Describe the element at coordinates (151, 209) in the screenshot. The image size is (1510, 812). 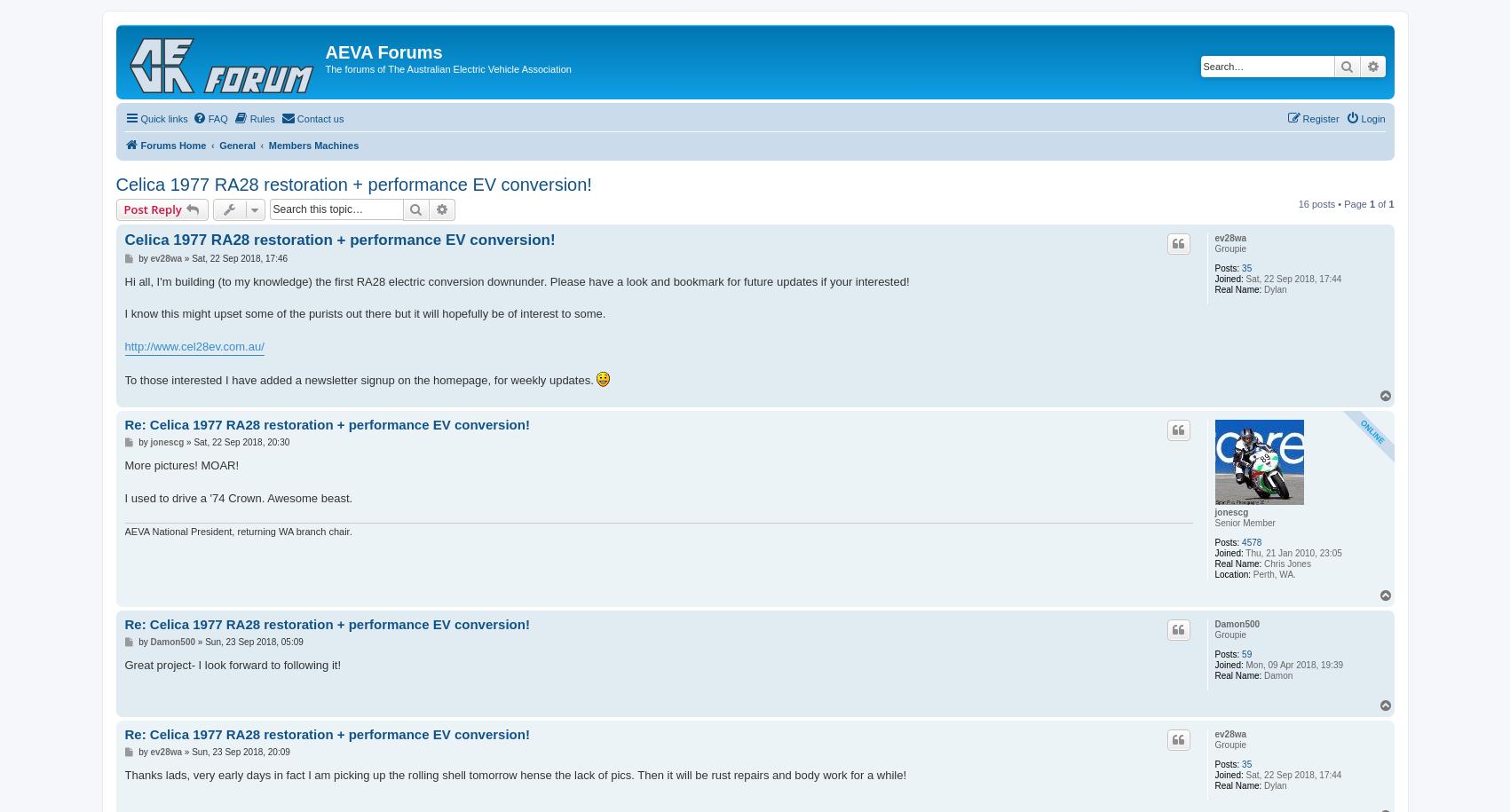
I see `'Post Reply'` at that location.